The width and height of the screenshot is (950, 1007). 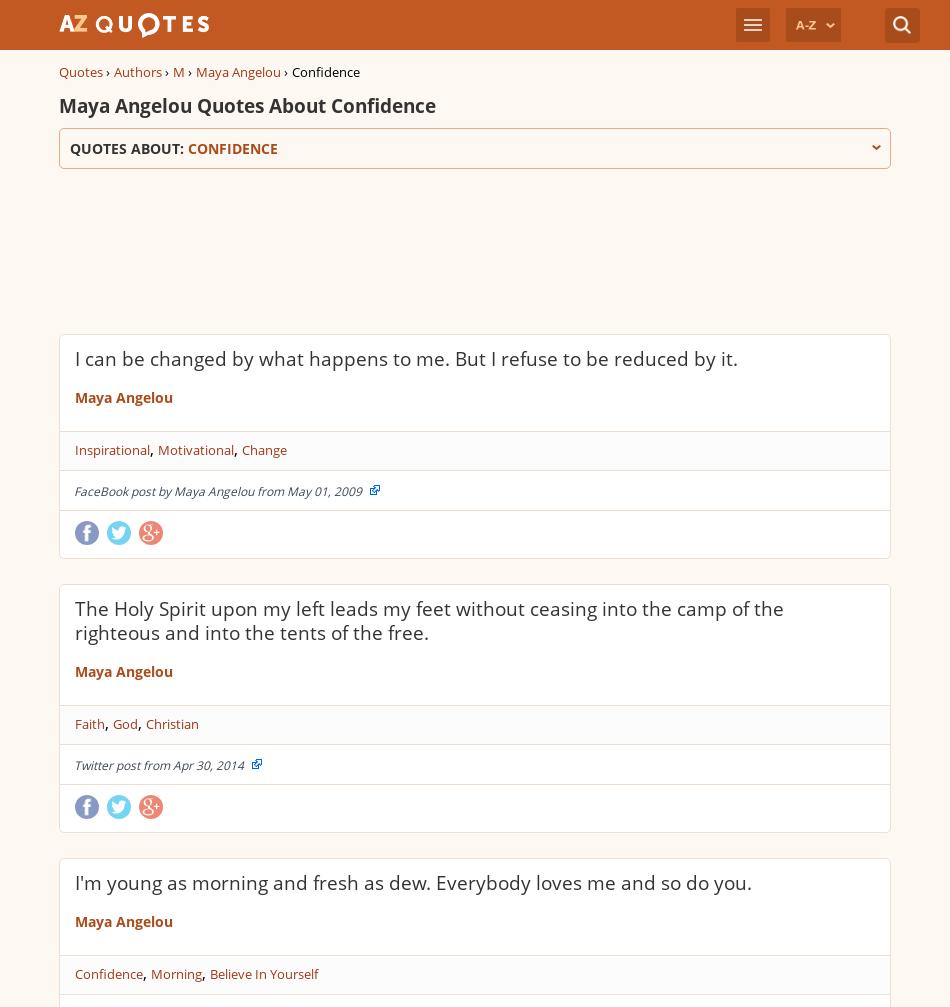 What do you see at coordinates (412, 881) in the screenshot?
I see `'I'm young as morning and fresh as dew. Everybody loves me and so do you.'` at bounding box center [412, 881].